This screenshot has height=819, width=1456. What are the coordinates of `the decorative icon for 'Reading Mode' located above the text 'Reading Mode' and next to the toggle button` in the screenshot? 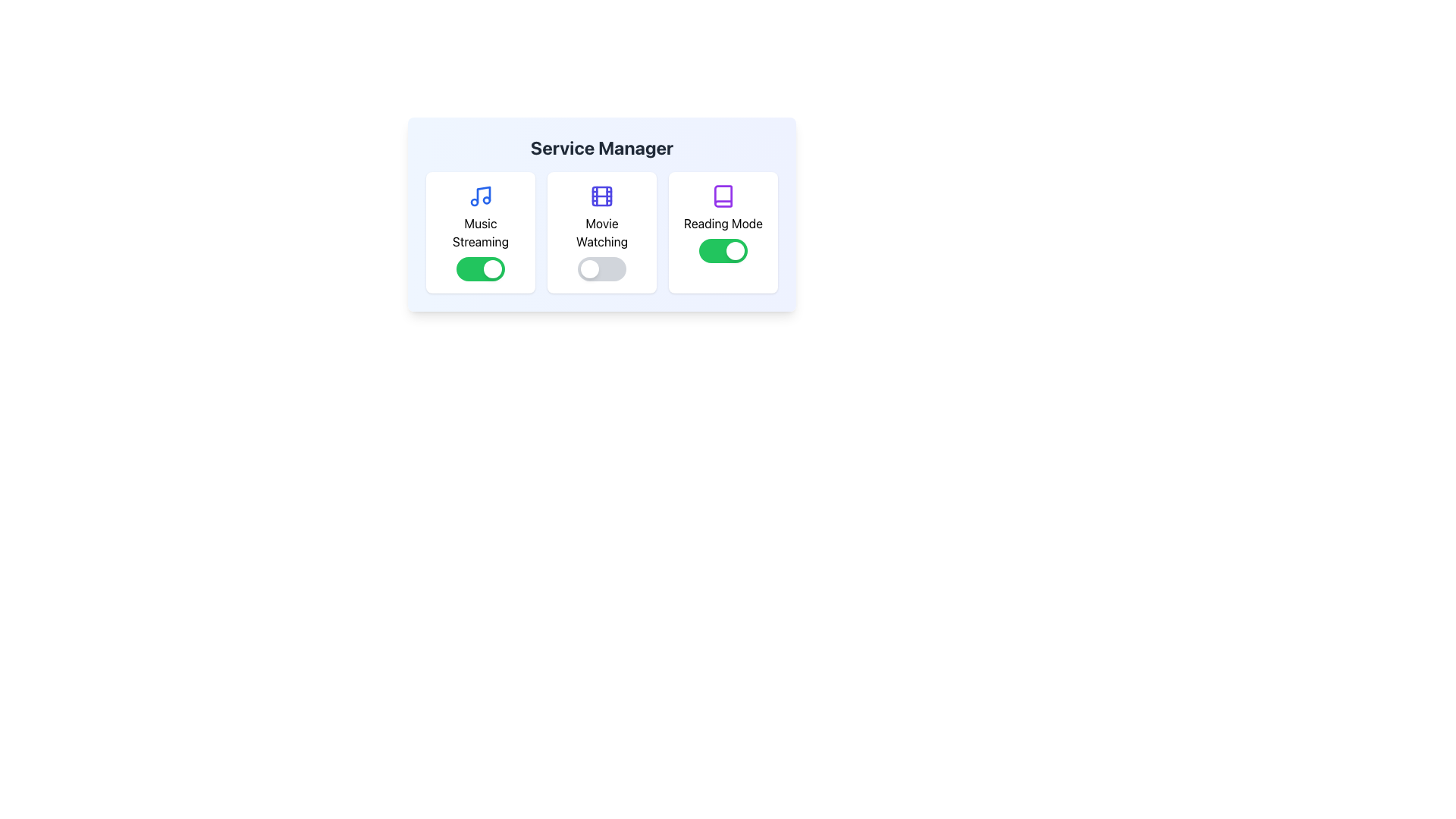 It's located at (723, 195).